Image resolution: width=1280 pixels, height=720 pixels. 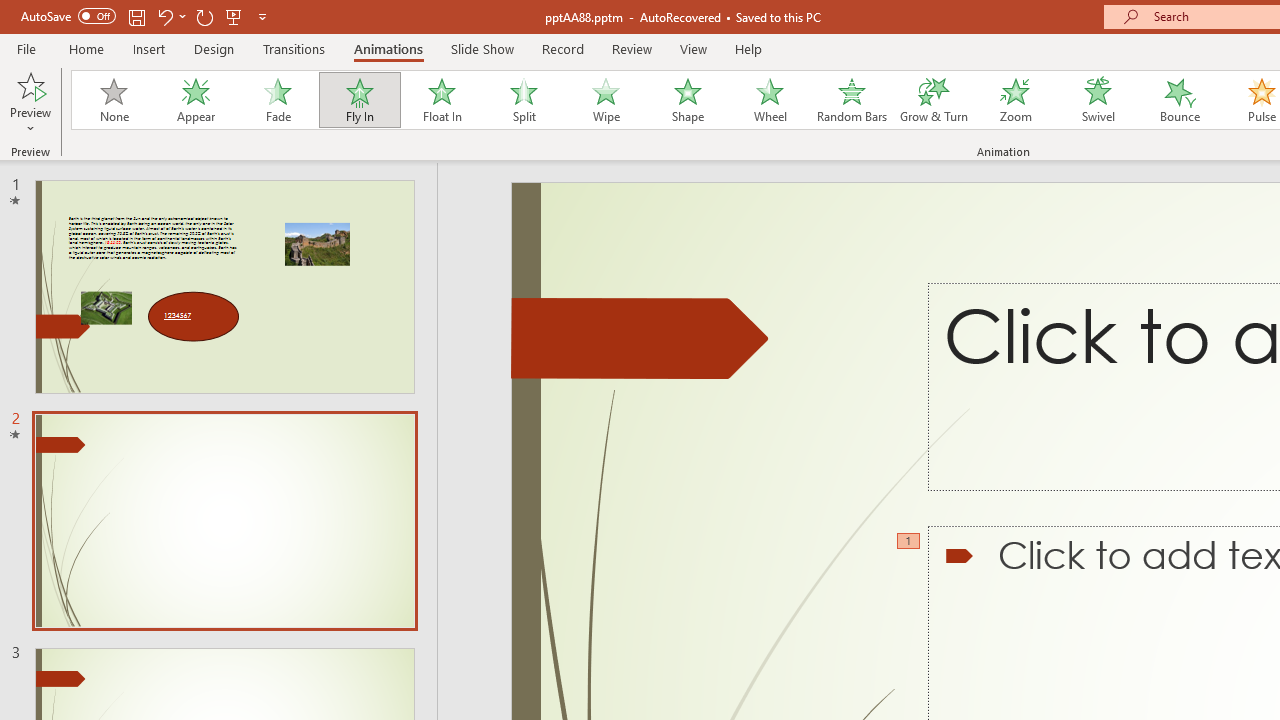 What do you see at coordinates (440, 100) in the screenshot?
I see `'Float In'` at bounding box center [440, 100].